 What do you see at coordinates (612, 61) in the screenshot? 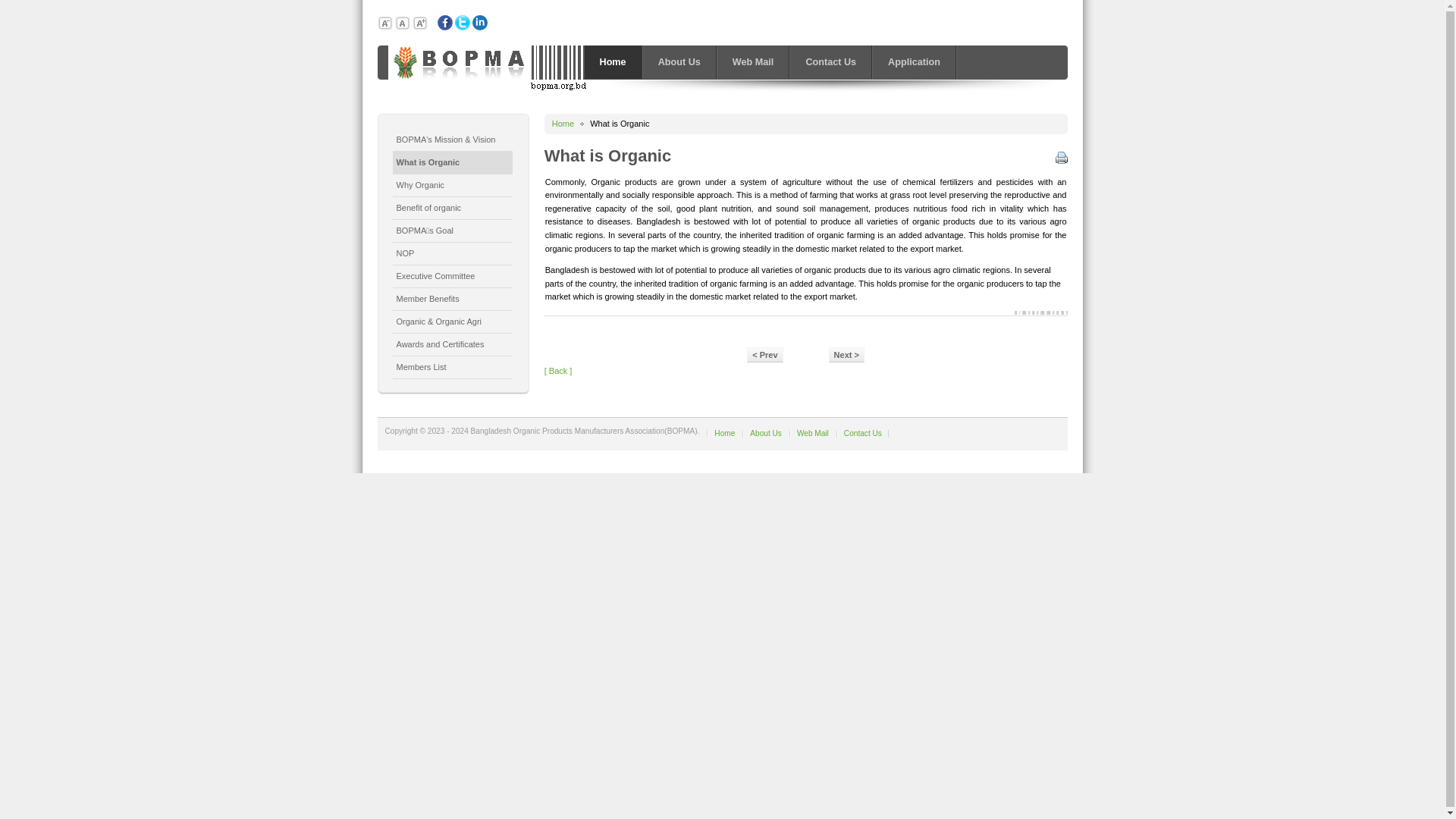
I see `'Home'` at bounding box center [612, 61].